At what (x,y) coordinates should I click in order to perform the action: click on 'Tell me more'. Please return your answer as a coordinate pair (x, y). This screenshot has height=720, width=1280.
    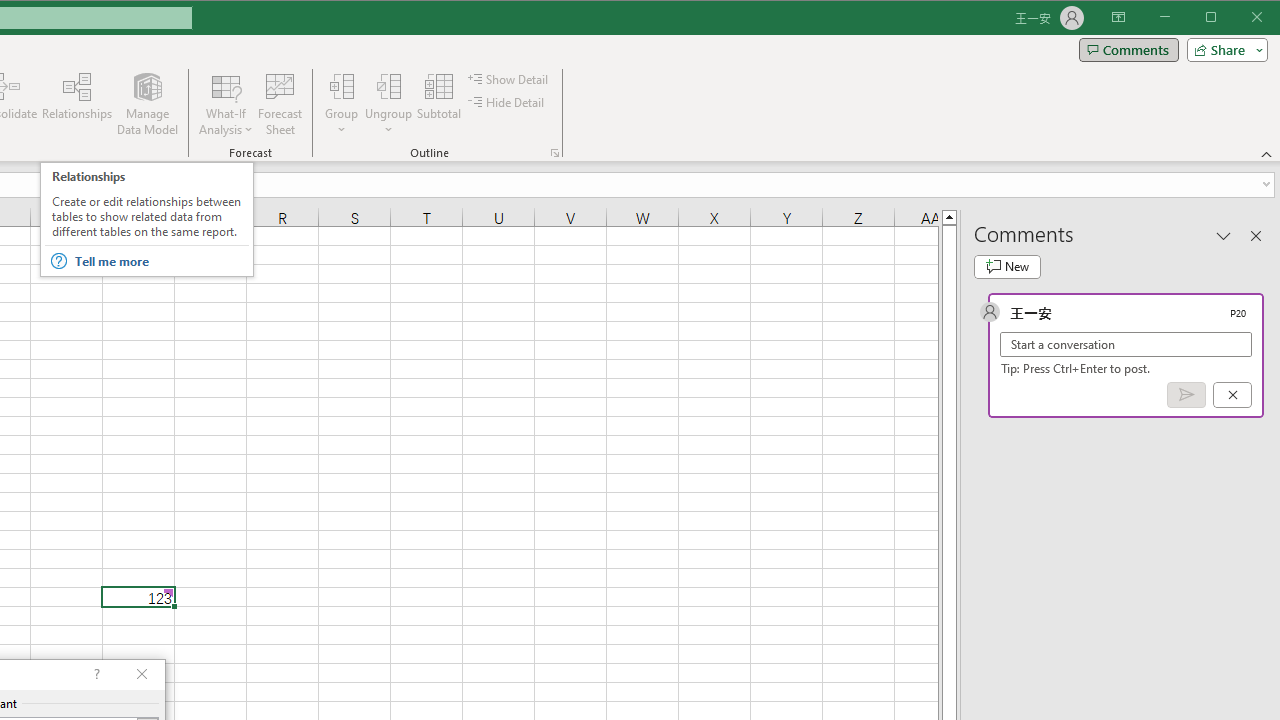
    Looking at the image, I should click on (161, 260).